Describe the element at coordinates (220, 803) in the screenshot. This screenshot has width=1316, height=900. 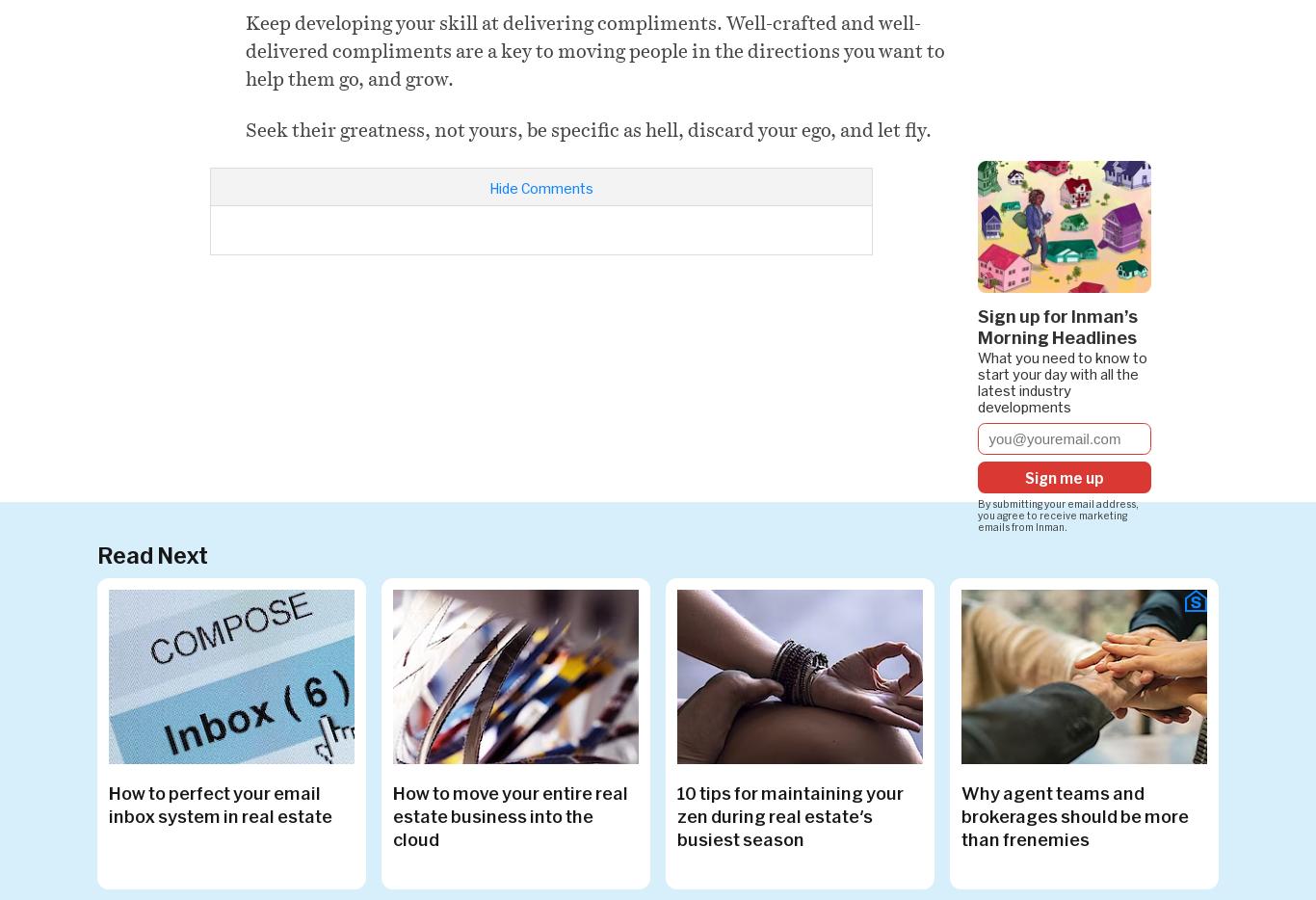
I see `'How to perfect your email inbox system in real estate'` at that location.